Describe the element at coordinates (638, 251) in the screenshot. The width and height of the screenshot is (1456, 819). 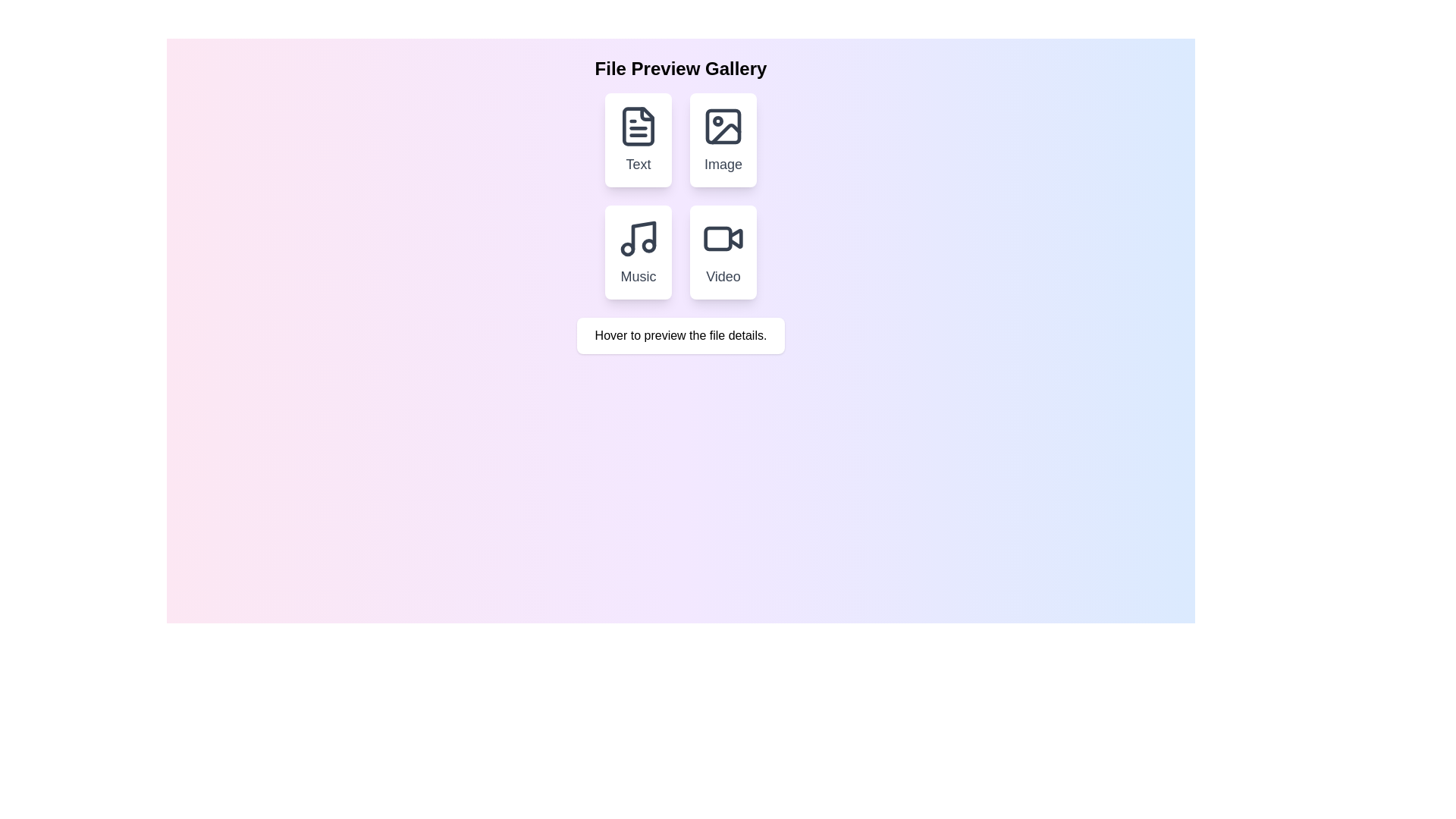
I see `the 'Music' button which has a white background, rounded corners, and an icon resembling a musical note above the text label 'Music' to apply a visual scale transform` at that location.